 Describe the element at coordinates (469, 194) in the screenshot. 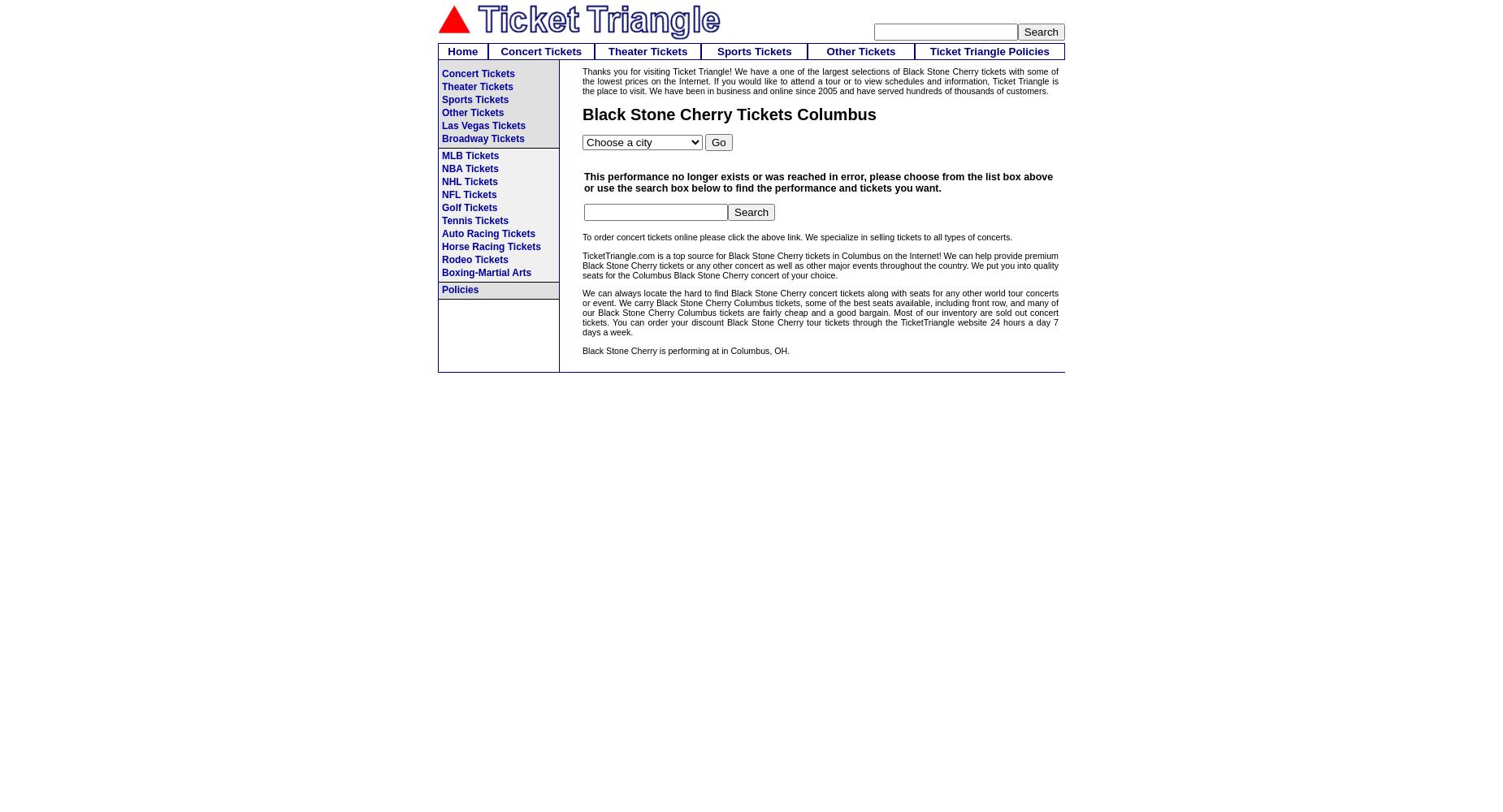

I see `'NFL Tickets'` at that location.